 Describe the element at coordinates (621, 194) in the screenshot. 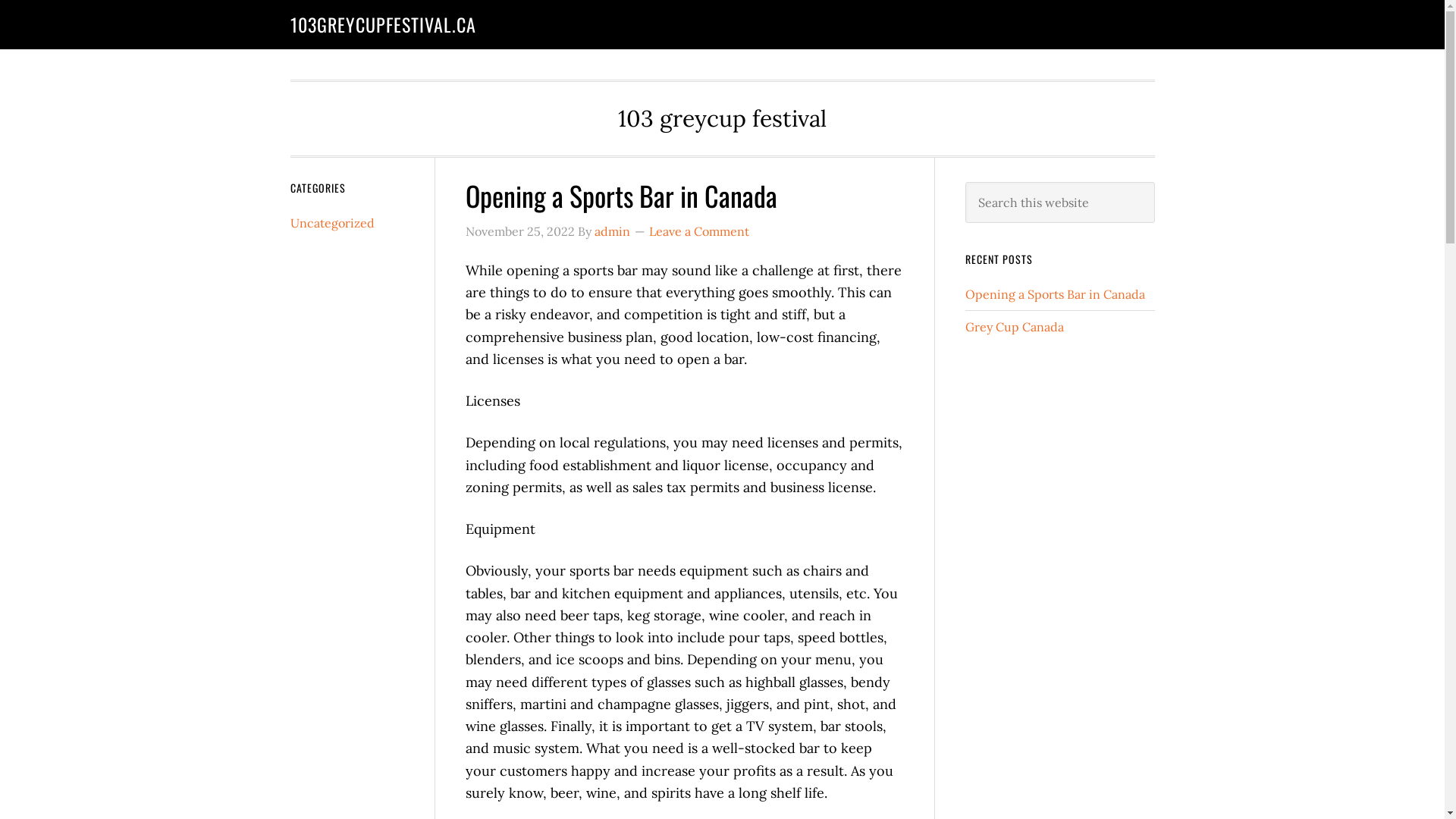

I see `'Opening a Sports Bar in Canada'` at that location.